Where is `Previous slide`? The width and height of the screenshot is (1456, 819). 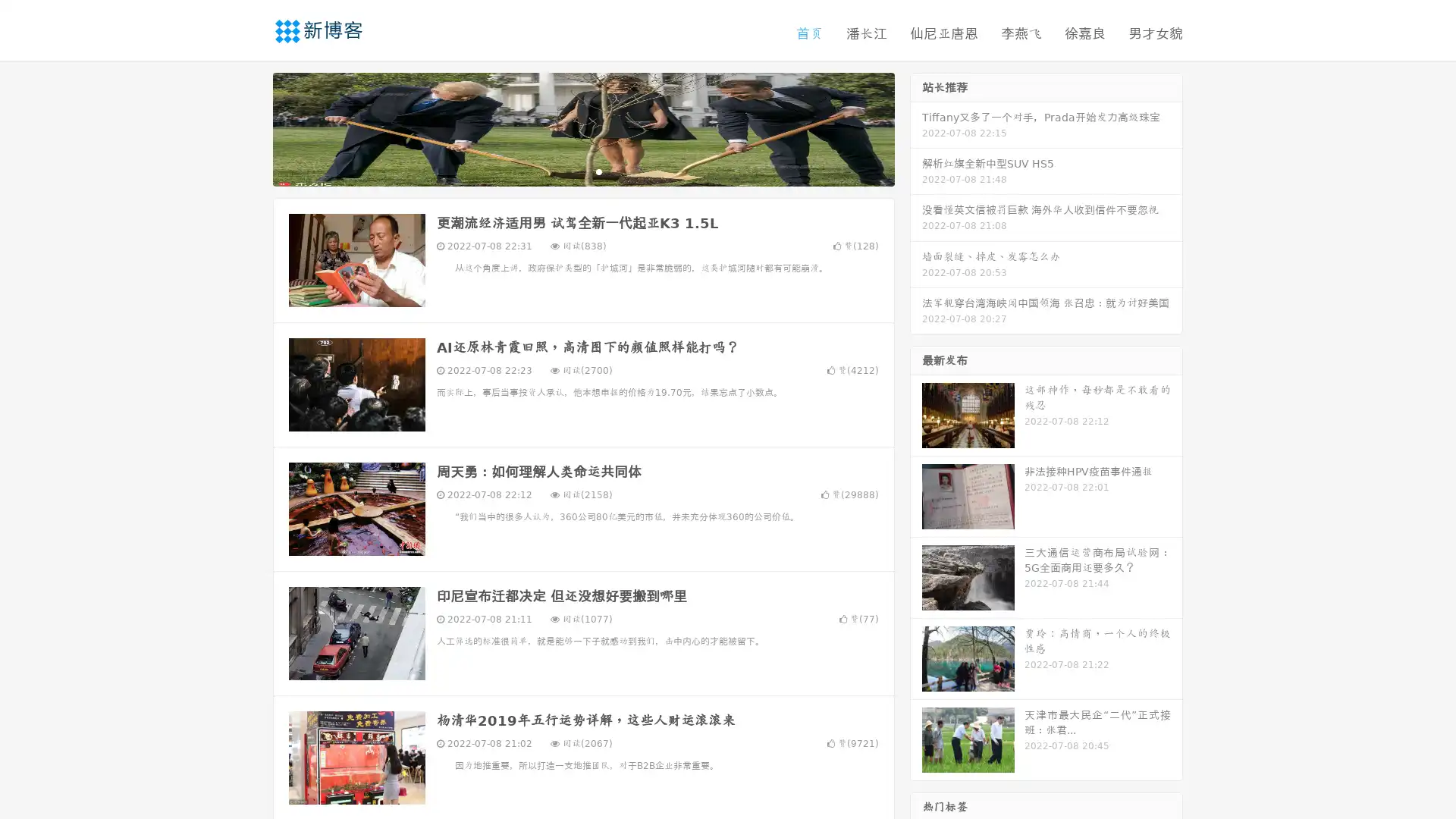
Previous slide is located at coordinates (250, 127).